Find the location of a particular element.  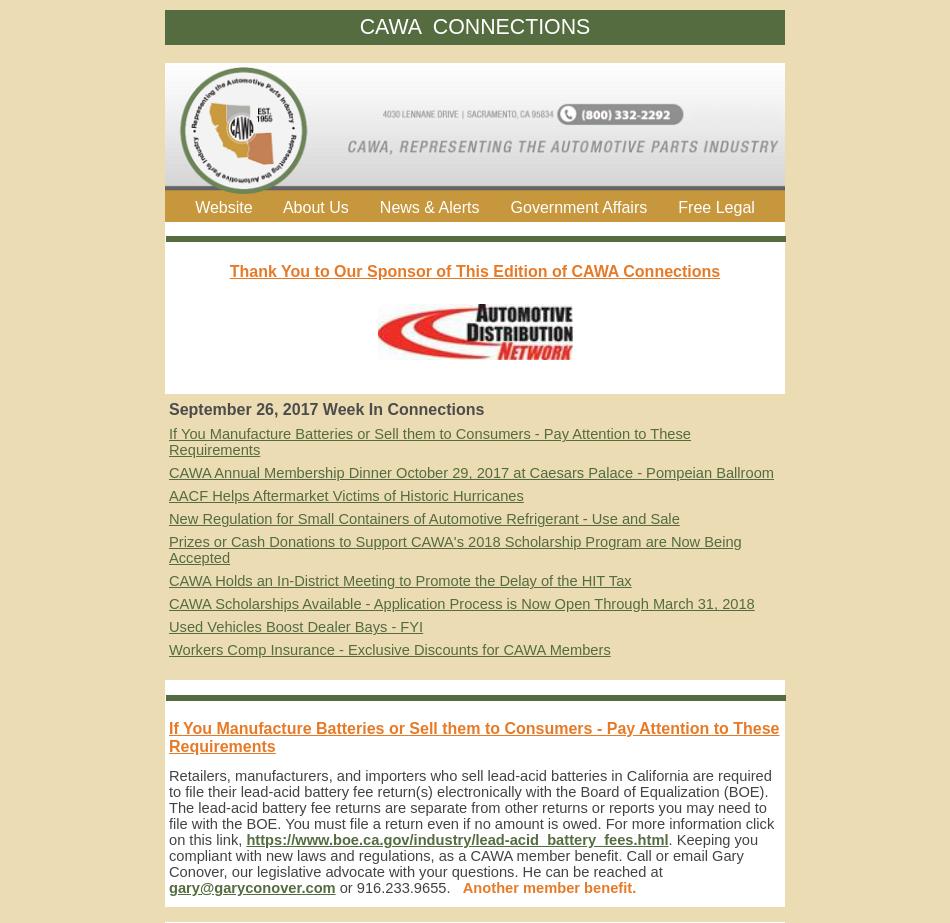

'New Regulation for Small Containers of Automotive Refrigerant - Use and Sale' is located at coordinates (422, 518).